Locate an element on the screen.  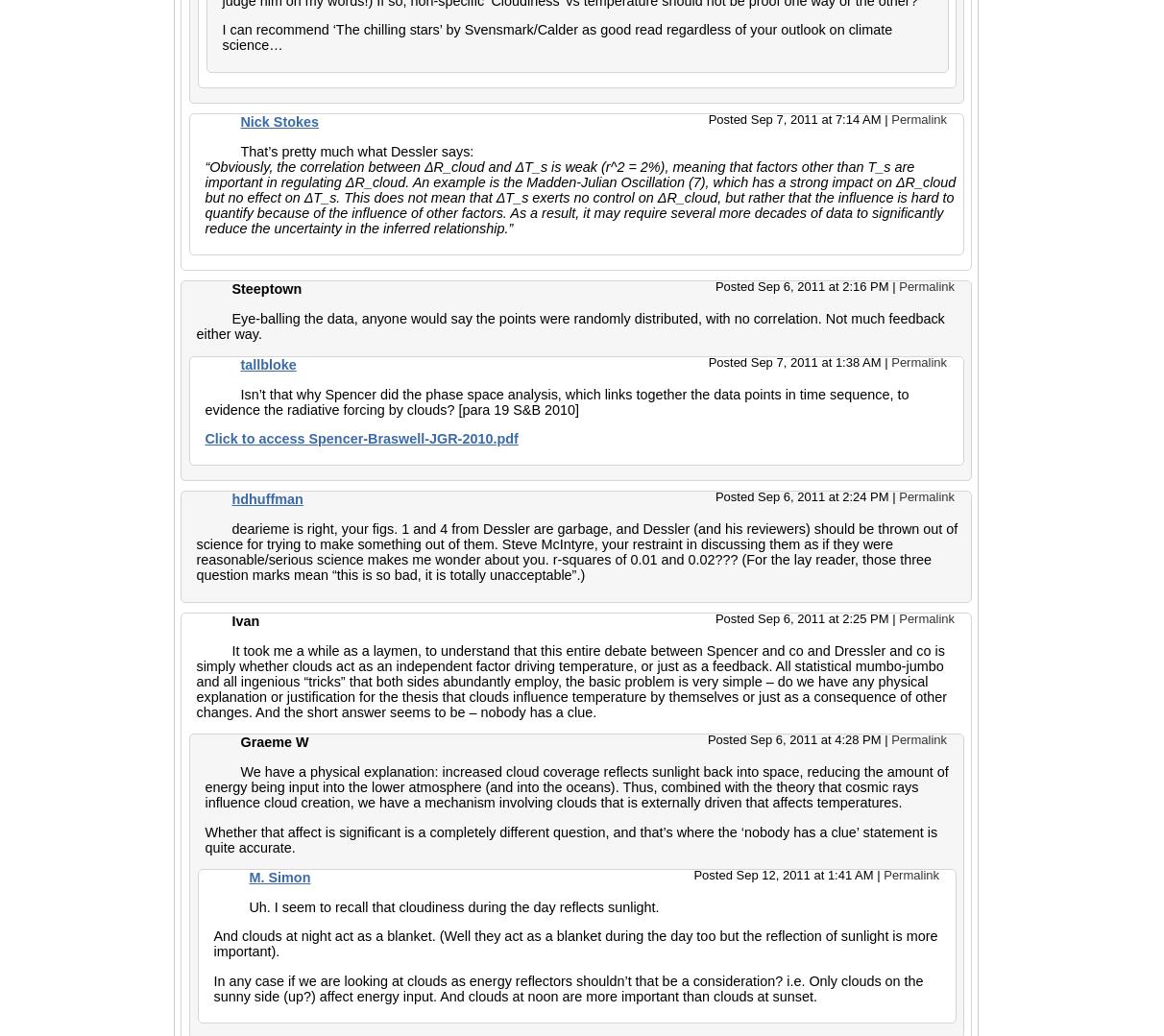
'Posted Sep 6, 2011 at 4:28 PM' is located at coordinates (794, 739).